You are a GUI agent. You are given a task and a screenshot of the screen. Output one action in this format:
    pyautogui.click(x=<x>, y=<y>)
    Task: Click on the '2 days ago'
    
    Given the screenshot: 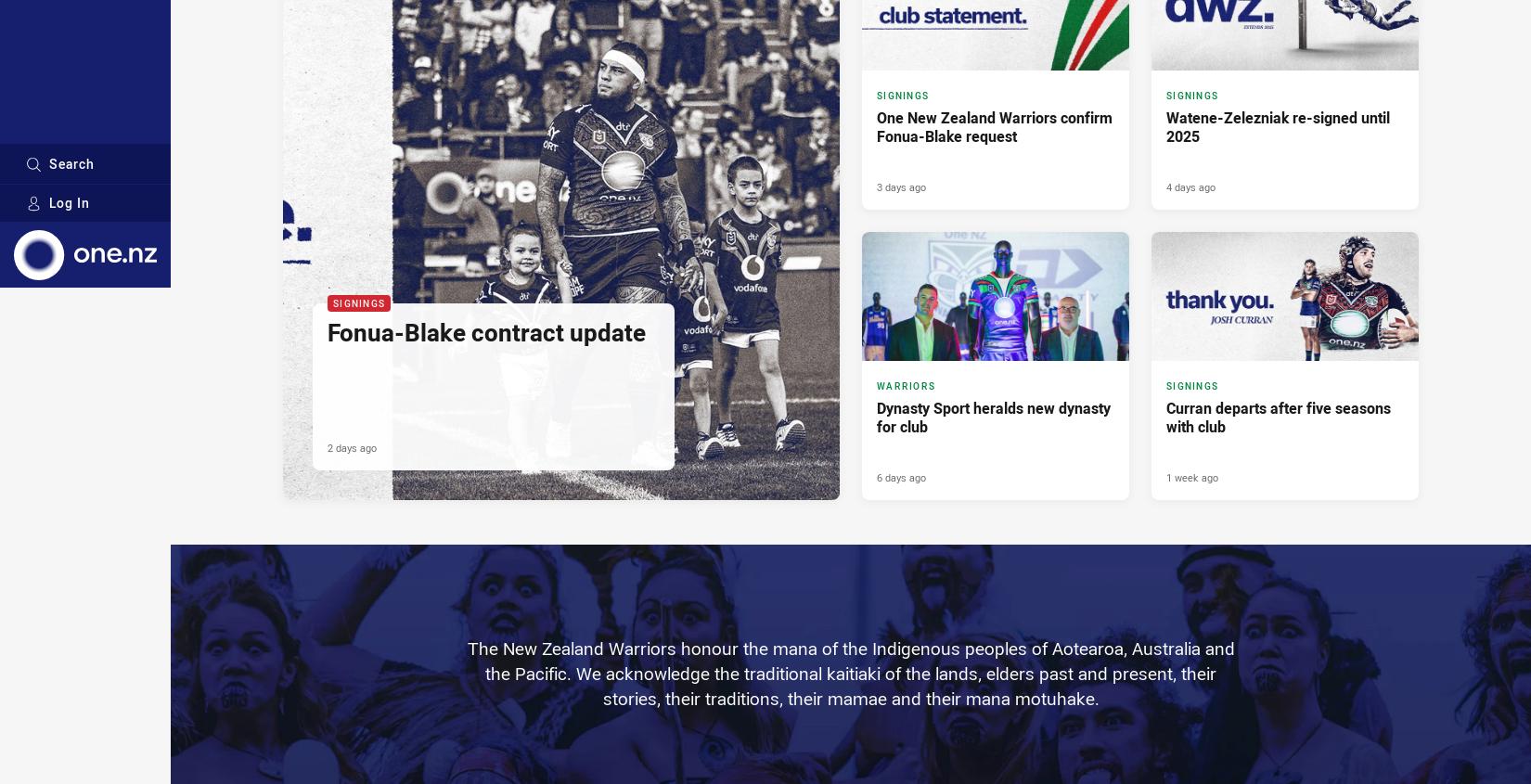 What is the action you would take?
    pyautogui.click(x=352, y=446)
    